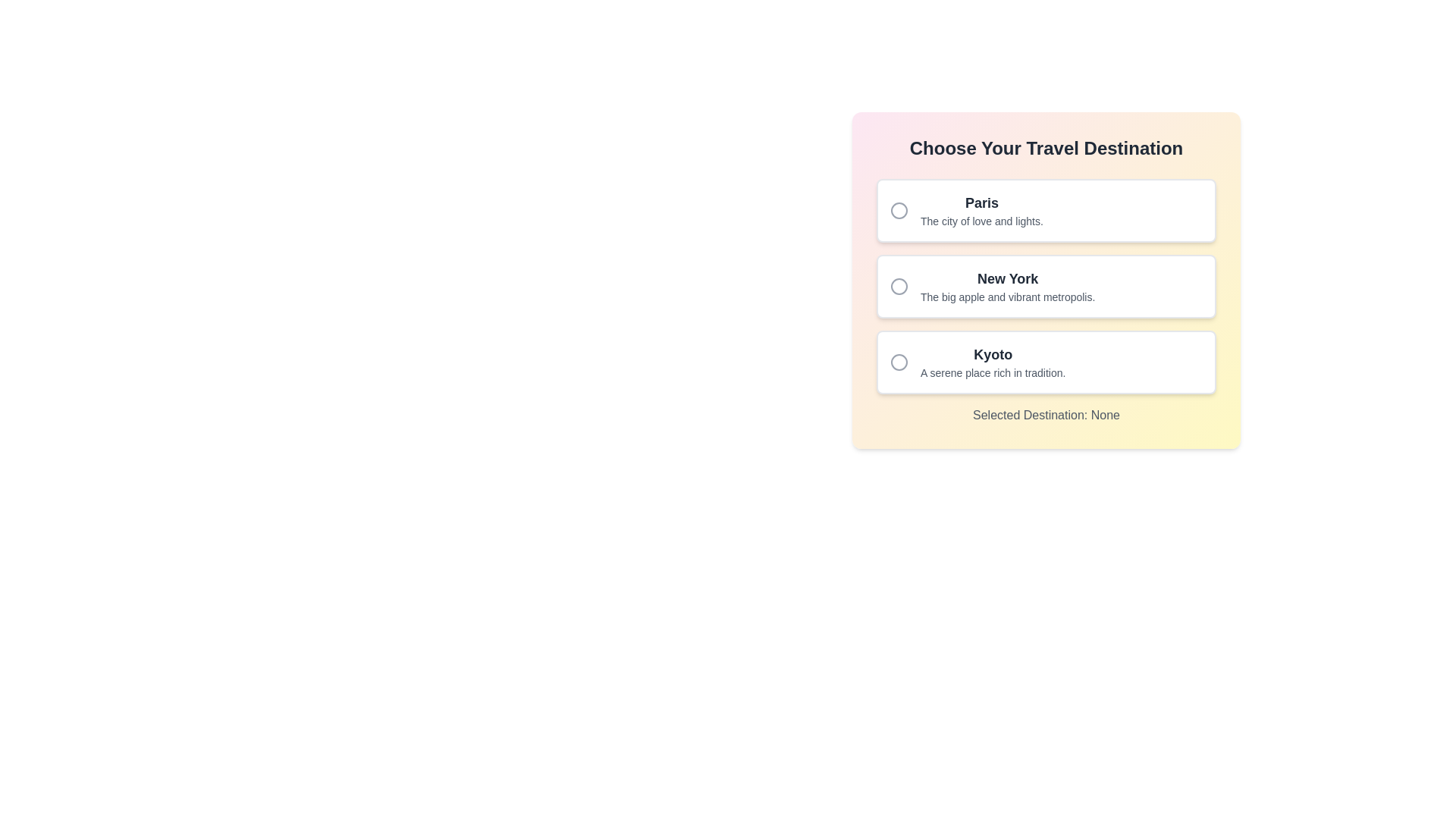  What do you see at coordinates (899, 362) in the screenshot?
I see `the circular graphical element of the radio button located to the left of the text 'Kyoto' in the third option of the vertical list of travel destinations` at bounding box center [899, 362].